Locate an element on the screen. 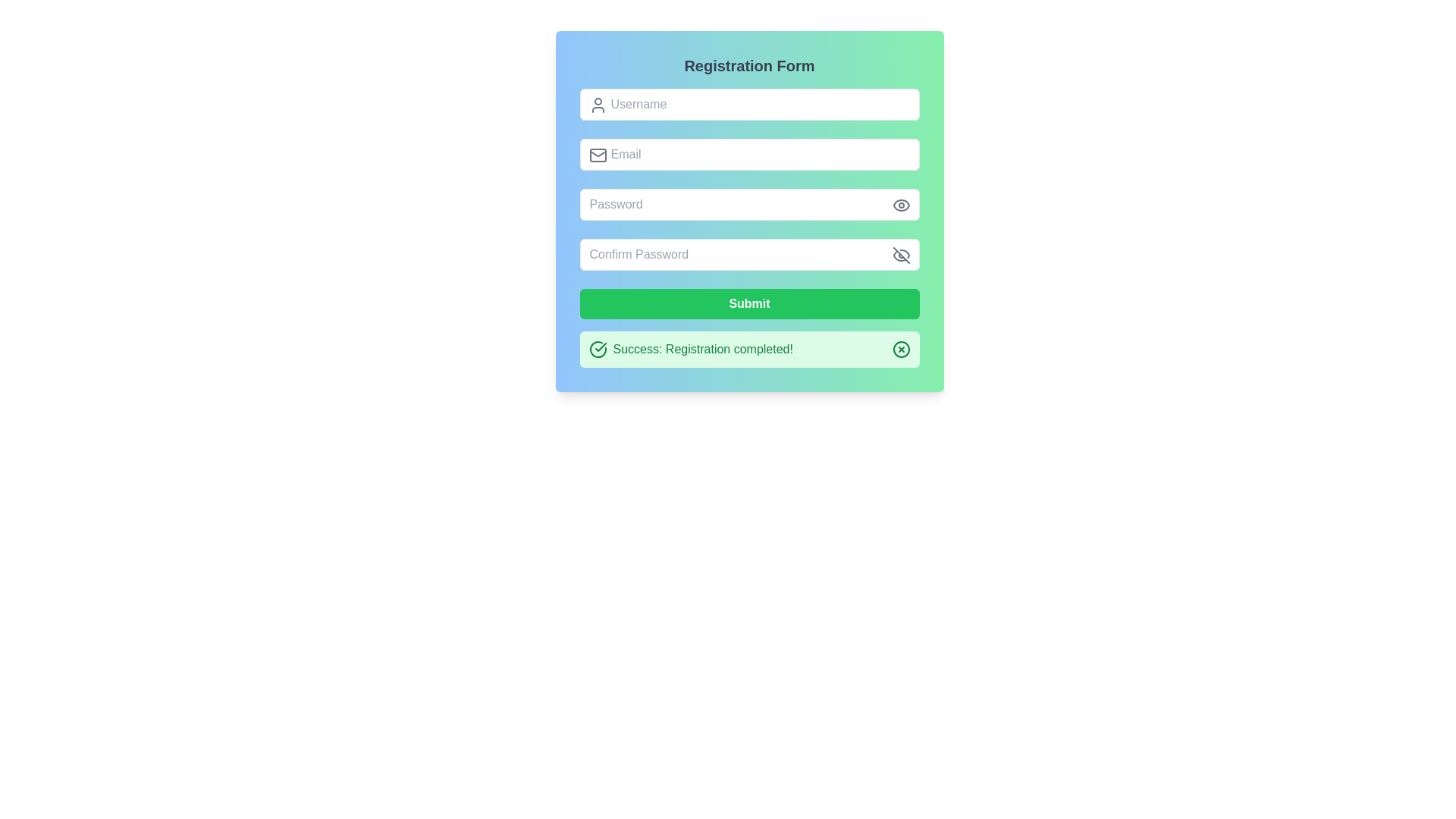  the password input field to focus for typing is located at coordinates (749, 205).